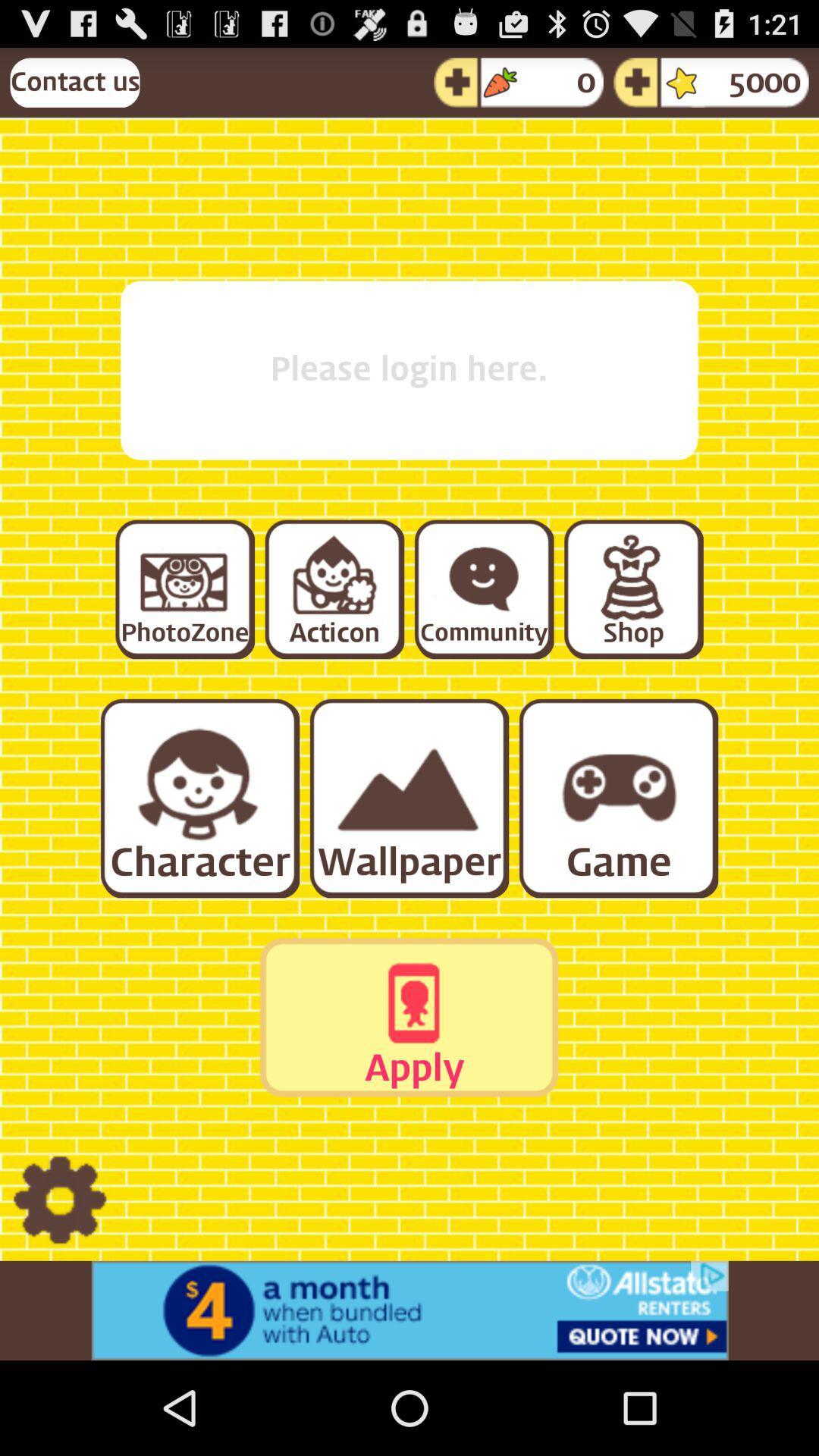 This screenshot has width=819, height=1456. I want to click on setting, so click(59, 1200).